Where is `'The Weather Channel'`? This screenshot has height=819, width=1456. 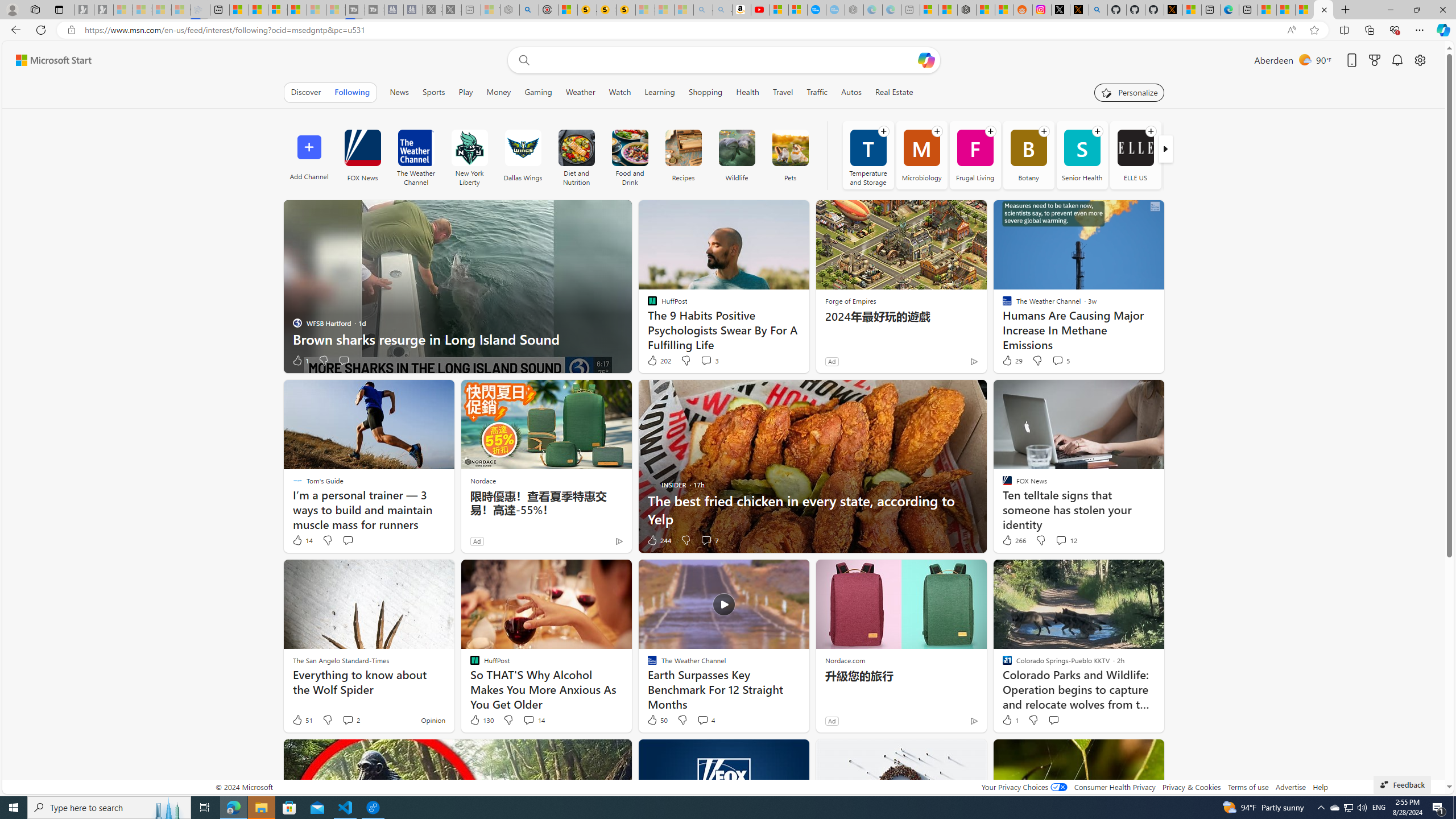 'The Weather Channel' is located at coordinates (416, 154).